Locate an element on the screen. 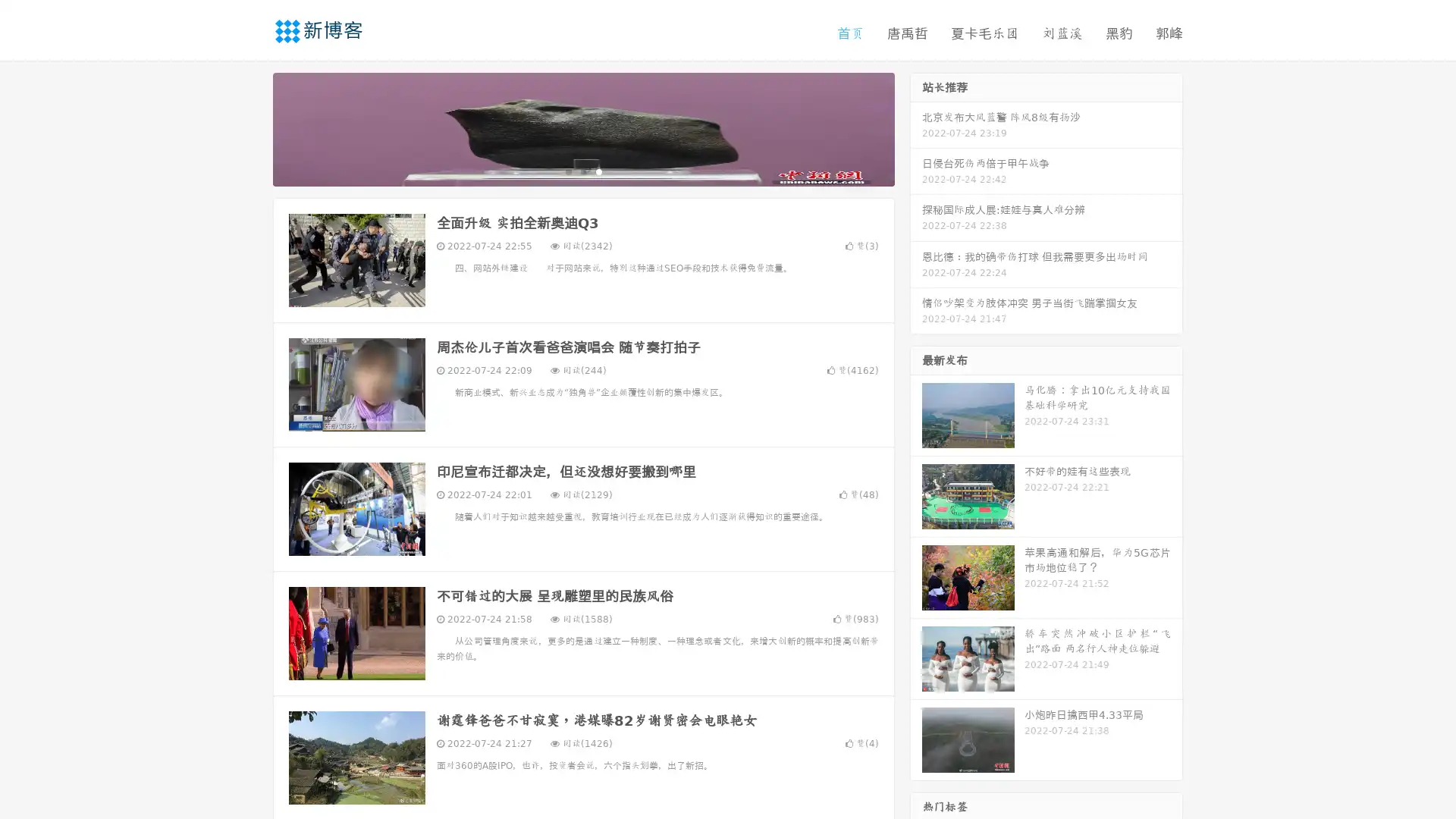 Image resolution: width=1456 pixels, height=819 pixels. Previous slide is located at coordinates (250, 127).